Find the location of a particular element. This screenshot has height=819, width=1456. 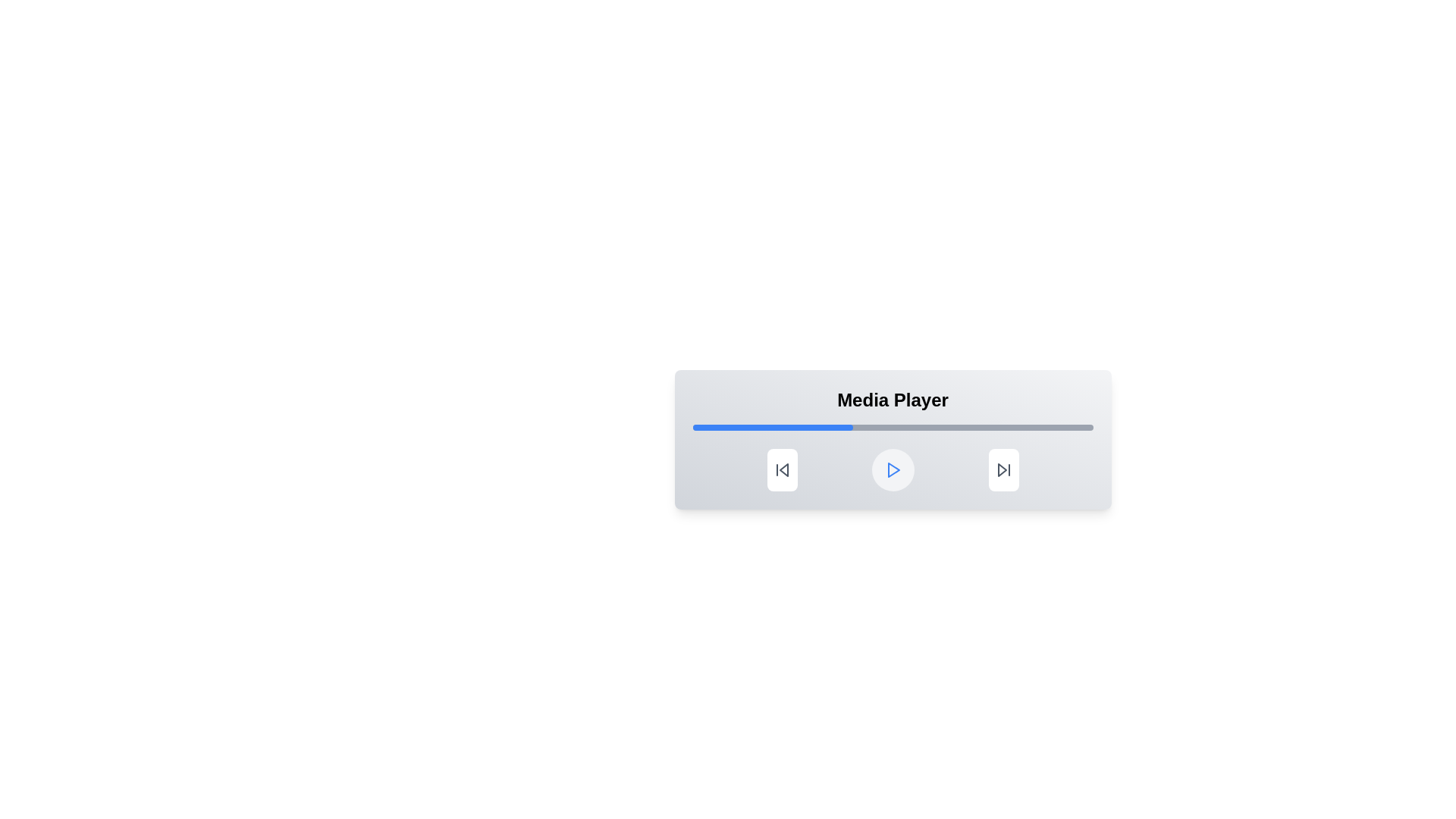

the Previous Button, which is represented by a small triangular arrow pointing left, located on the media player interface to the left of the central play button is located at coordinates (783, 469).